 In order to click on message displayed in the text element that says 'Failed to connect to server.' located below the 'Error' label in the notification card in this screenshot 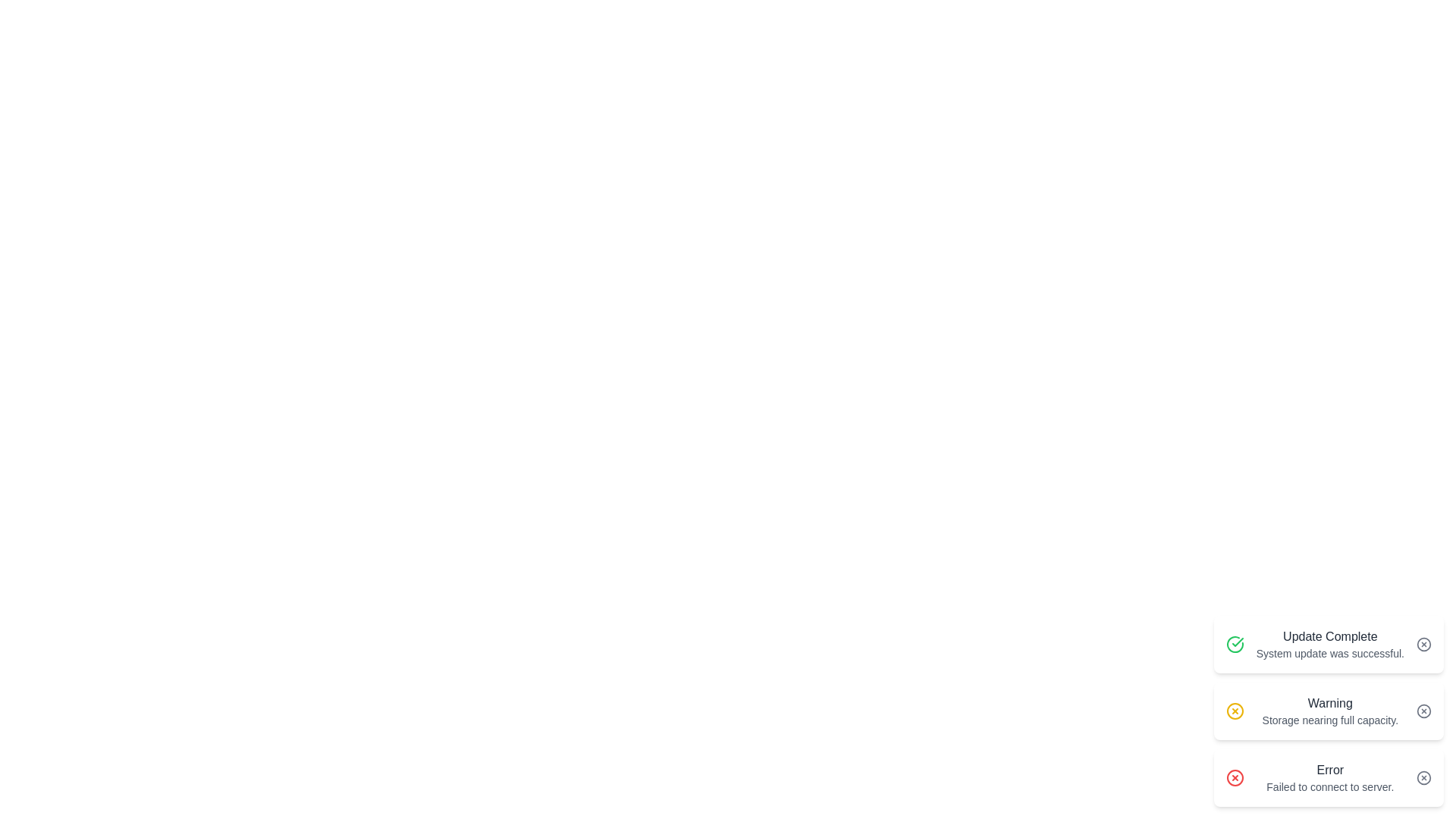, I will do `click(1329, 786)`.